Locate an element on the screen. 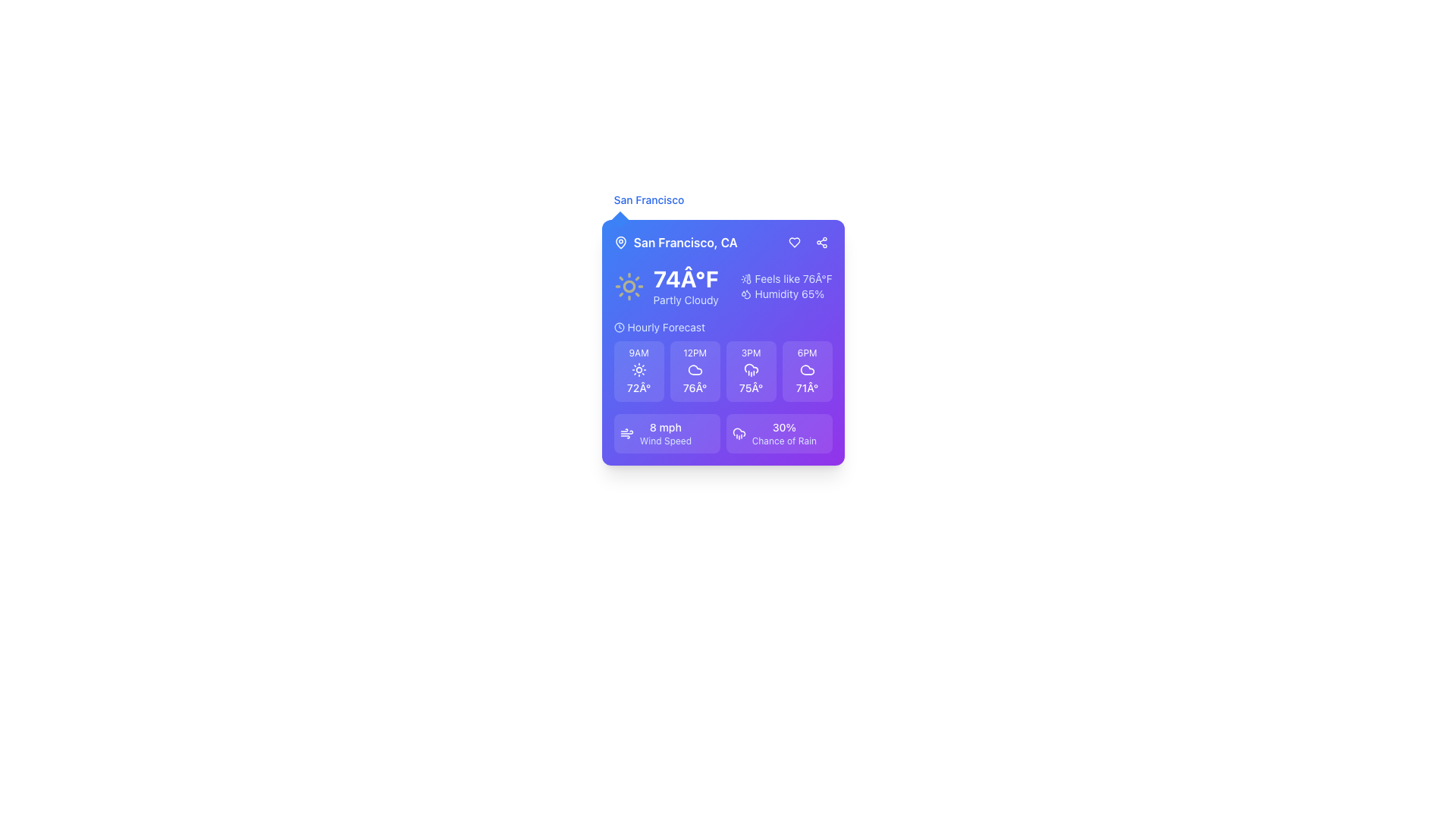 The height and width of the screenshot is (819, 1456). the Informational display box that shows '8 mph' Wind Speed, which features a stylized wind lines icon and is located in the bottom-left section of the grid layout is located at coordinates (667, 433).